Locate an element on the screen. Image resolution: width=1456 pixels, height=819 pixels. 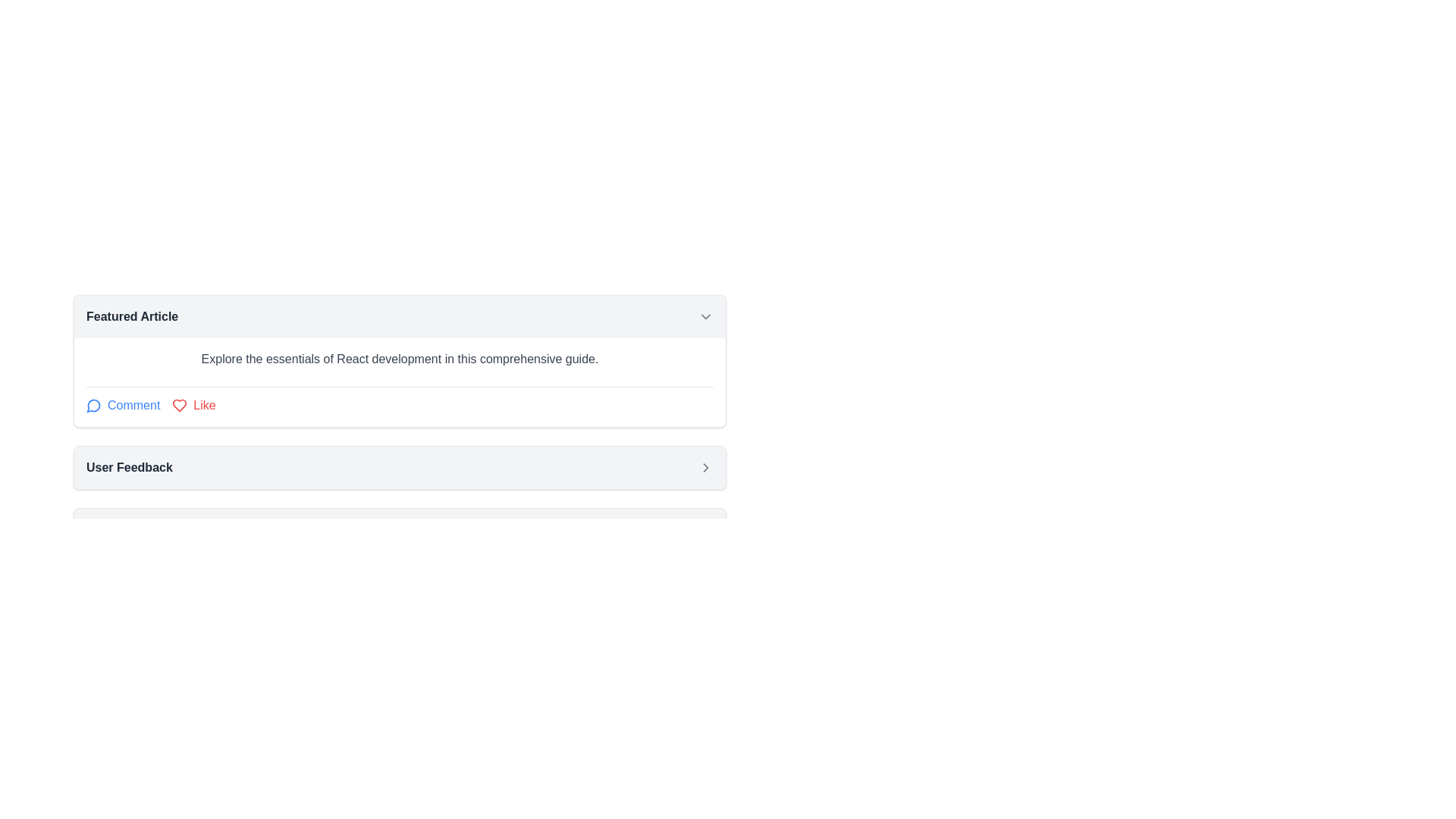
the heart-shaped icon to like the post located in the action bar below the content titled 'Explore the essentials of React development in this comprehensive guide.' is located at coordinates (180, 405).